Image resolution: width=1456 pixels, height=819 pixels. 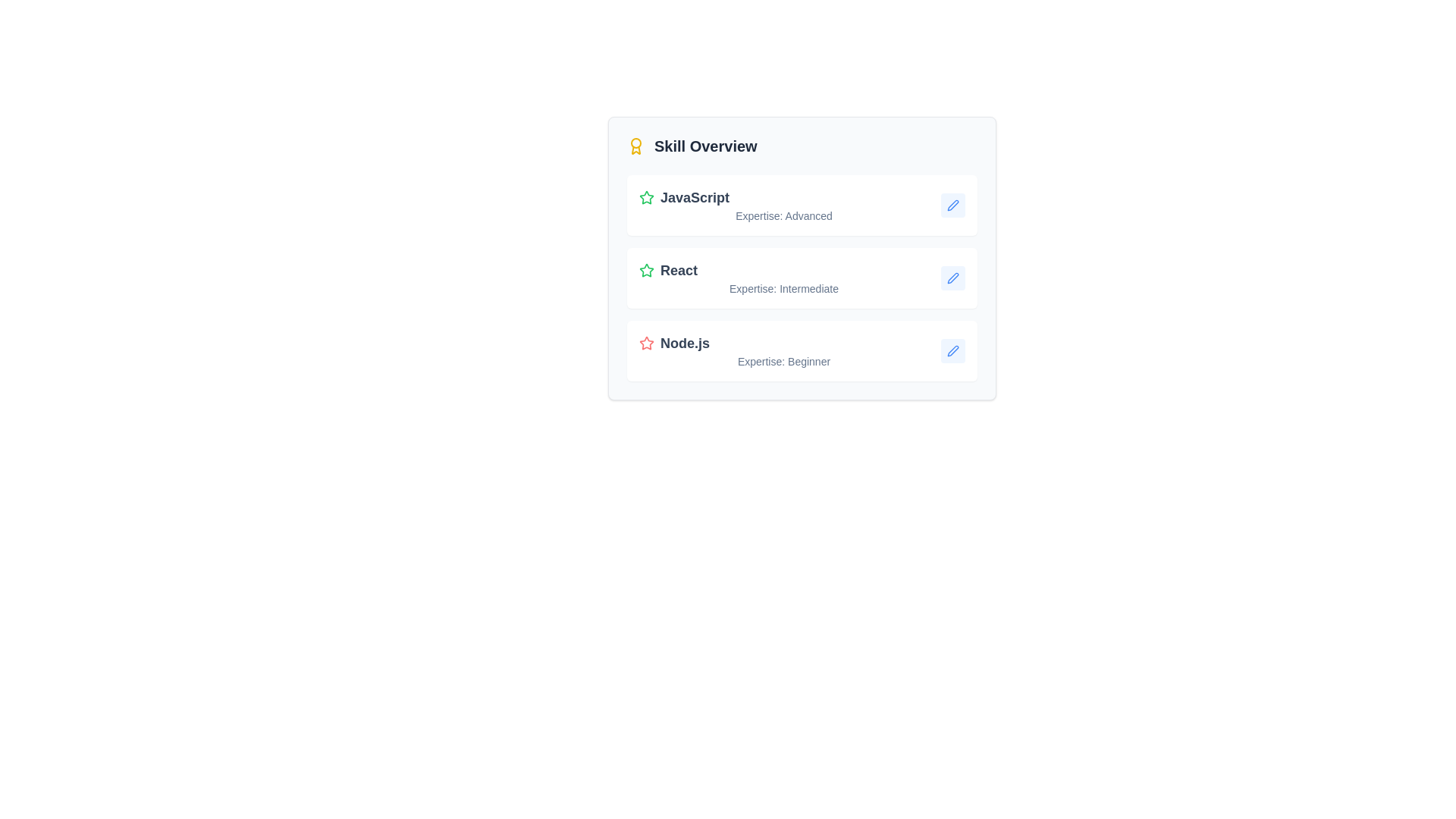 I want to click on the decorative badge icon located to the left of the 'Skill Overview' text, which emphasizes the title and represents achievements related to the skills listed, so click(x=636, y=146).